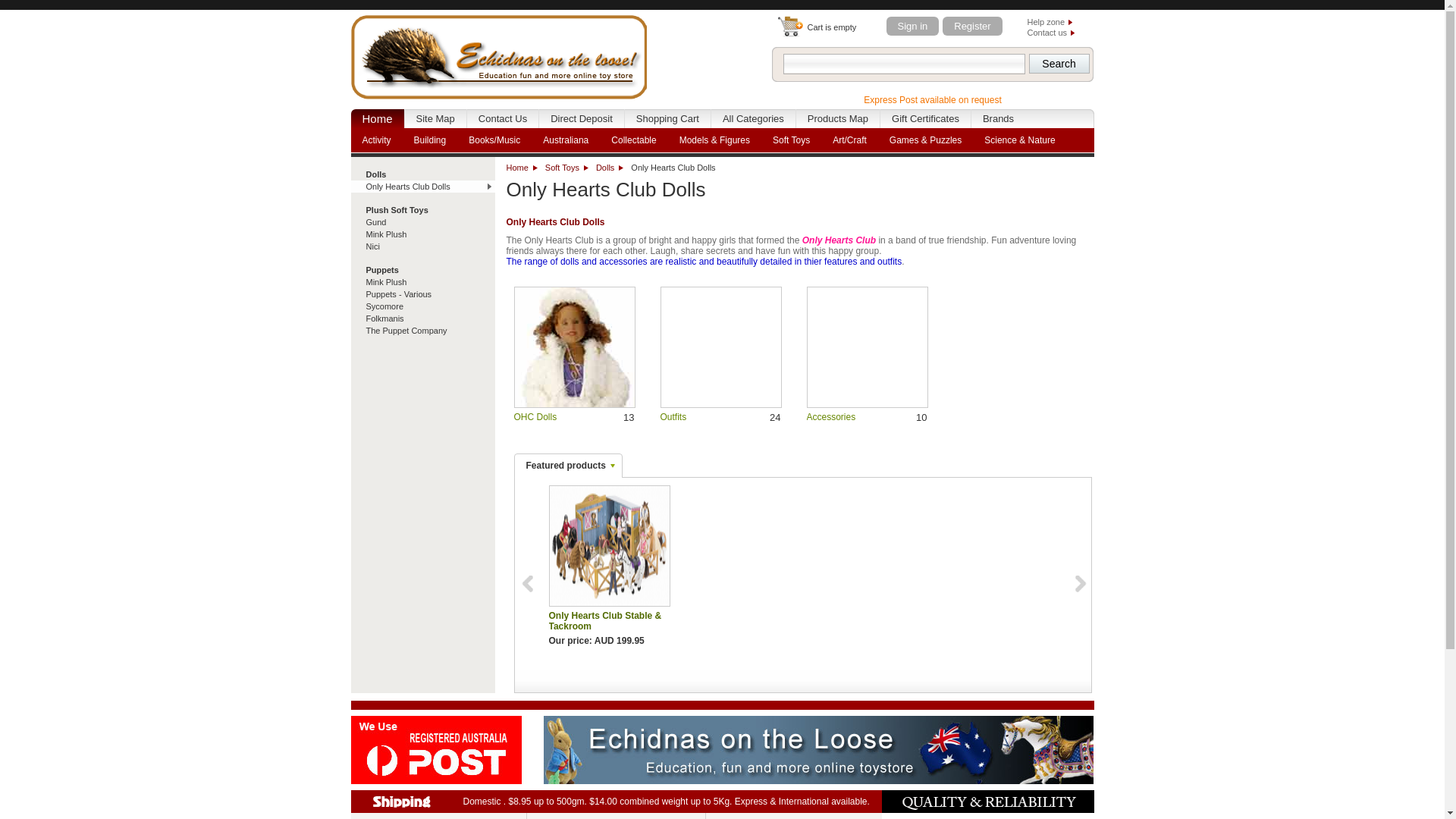 This screenshot has height=819, width=1456. Describe the element at coordinates (753, 118) in the screenshot. I see `'All Categories'` at that location.